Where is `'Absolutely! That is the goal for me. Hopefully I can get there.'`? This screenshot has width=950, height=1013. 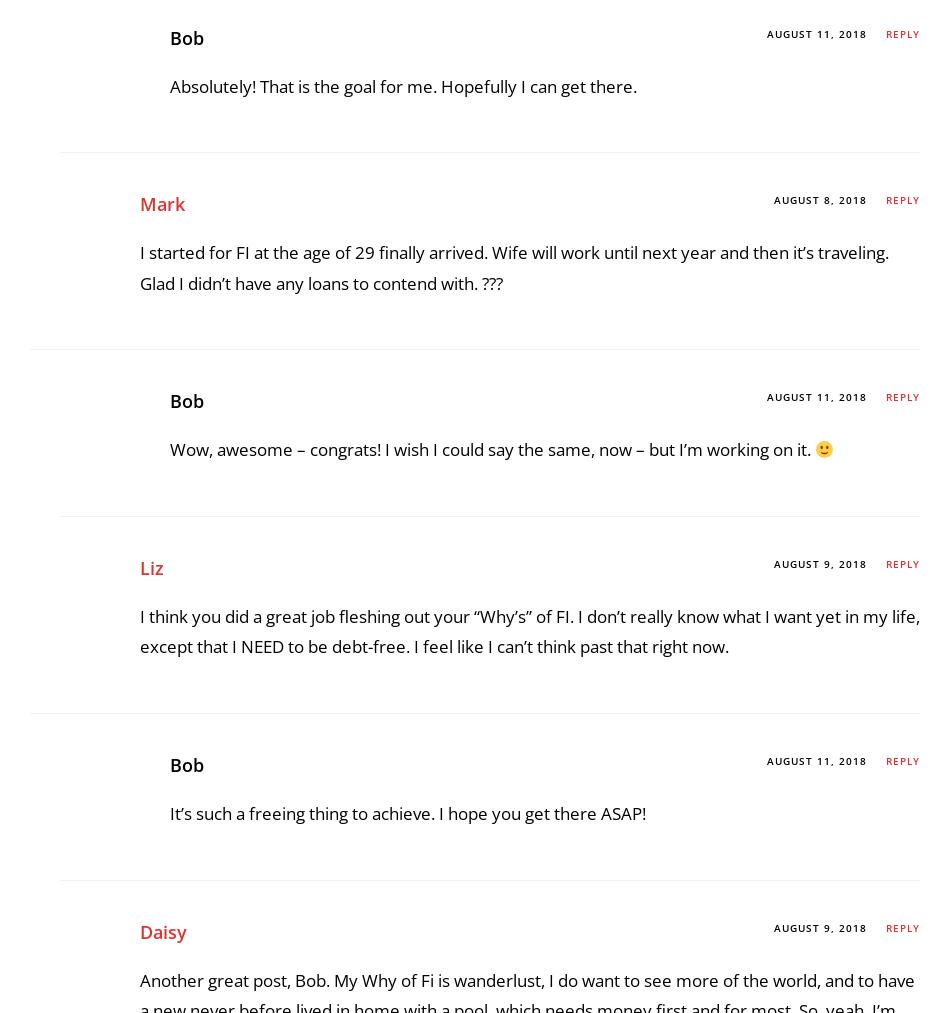
'Absolutely! That is the goal for me. Hopefully I can get there.' is located at coordinates (402, 647).